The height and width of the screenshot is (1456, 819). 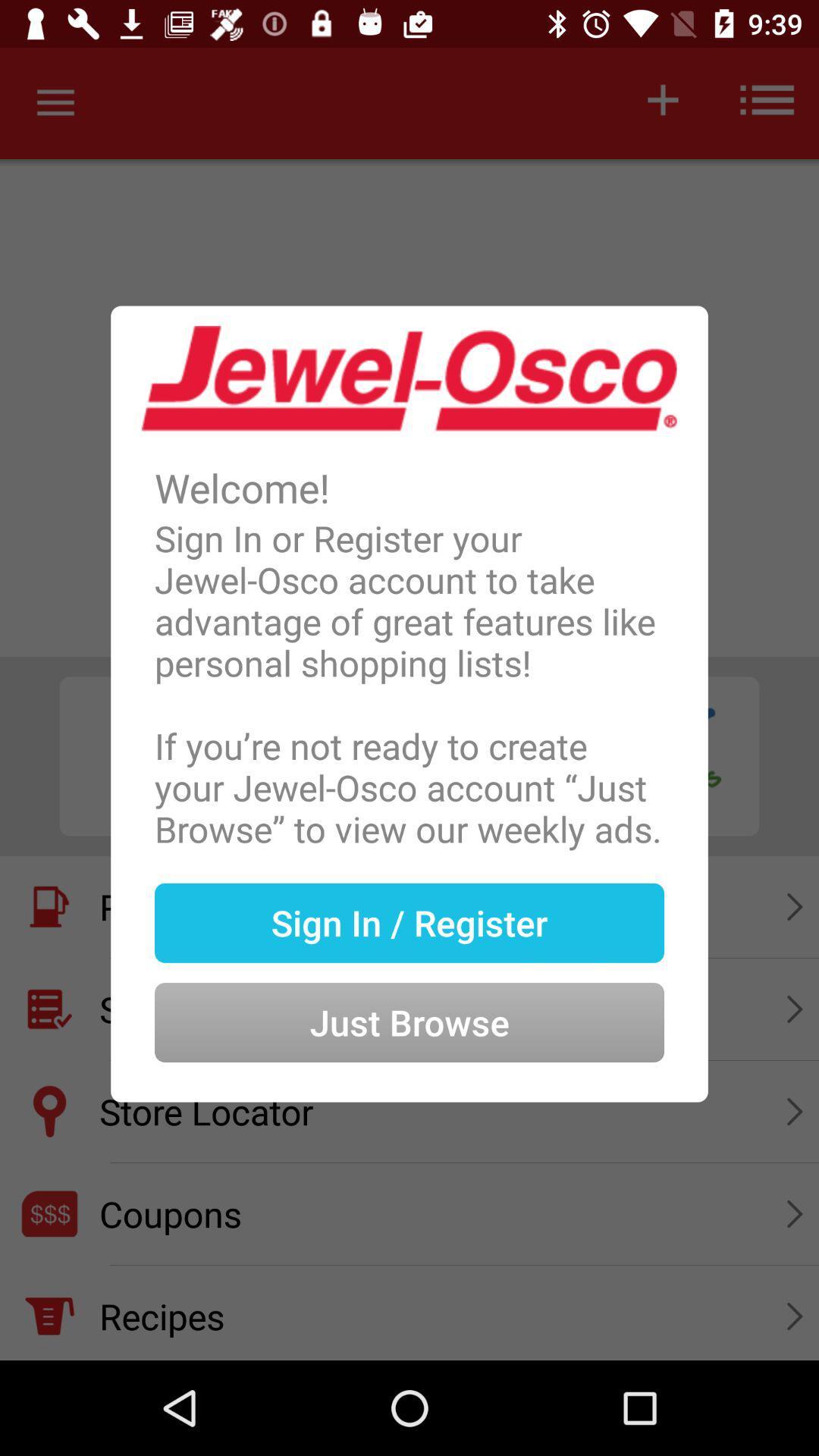 What do you see at coordinates (409, 998) in the screenshot?
I see `icon below sign in / register item` at bounding box center [409, 998].